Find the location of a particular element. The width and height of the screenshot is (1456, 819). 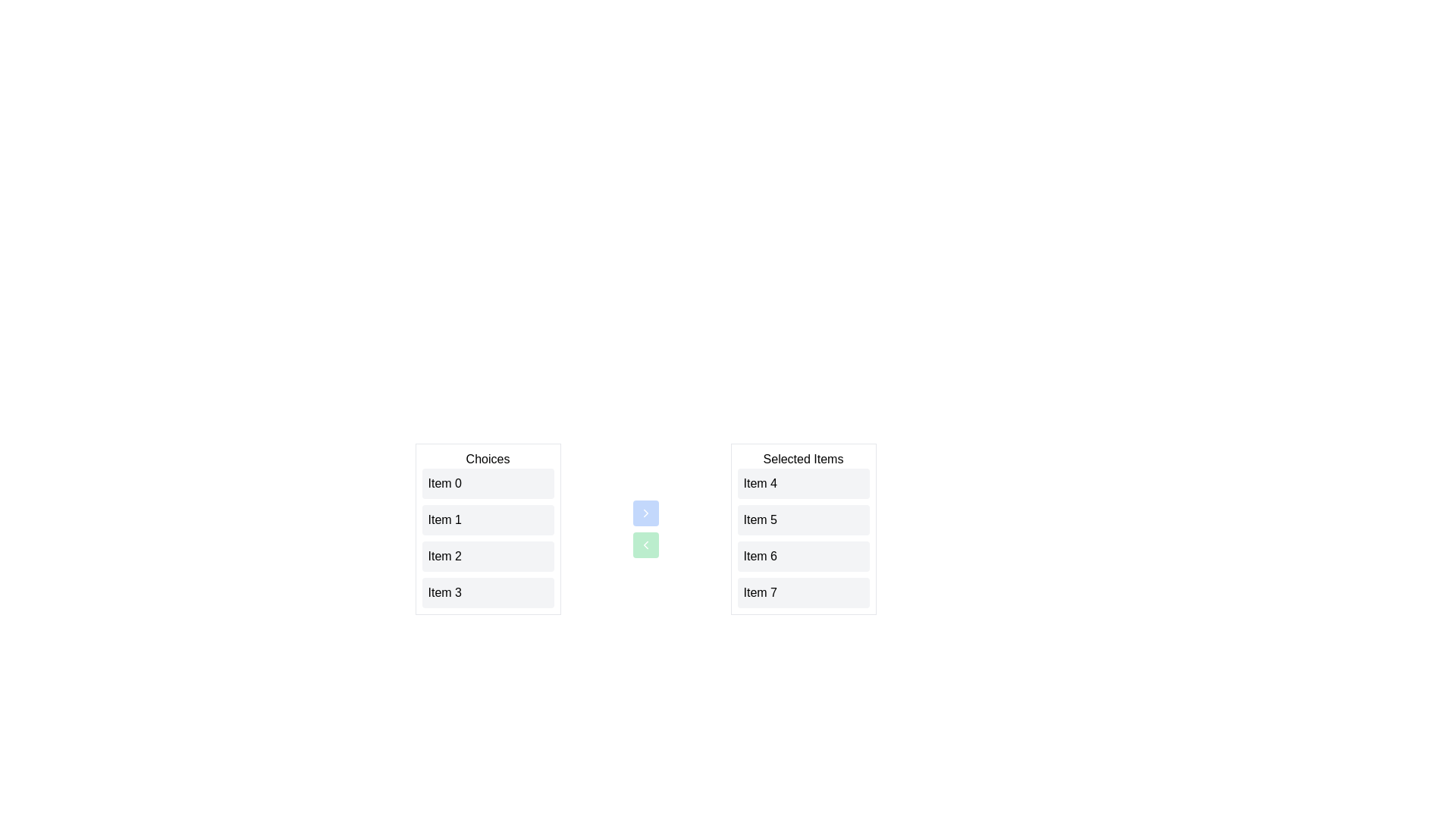

the text label representing 'Item 1' in the selectable list under the header 'Choices' is located at coordinates (444, 519).